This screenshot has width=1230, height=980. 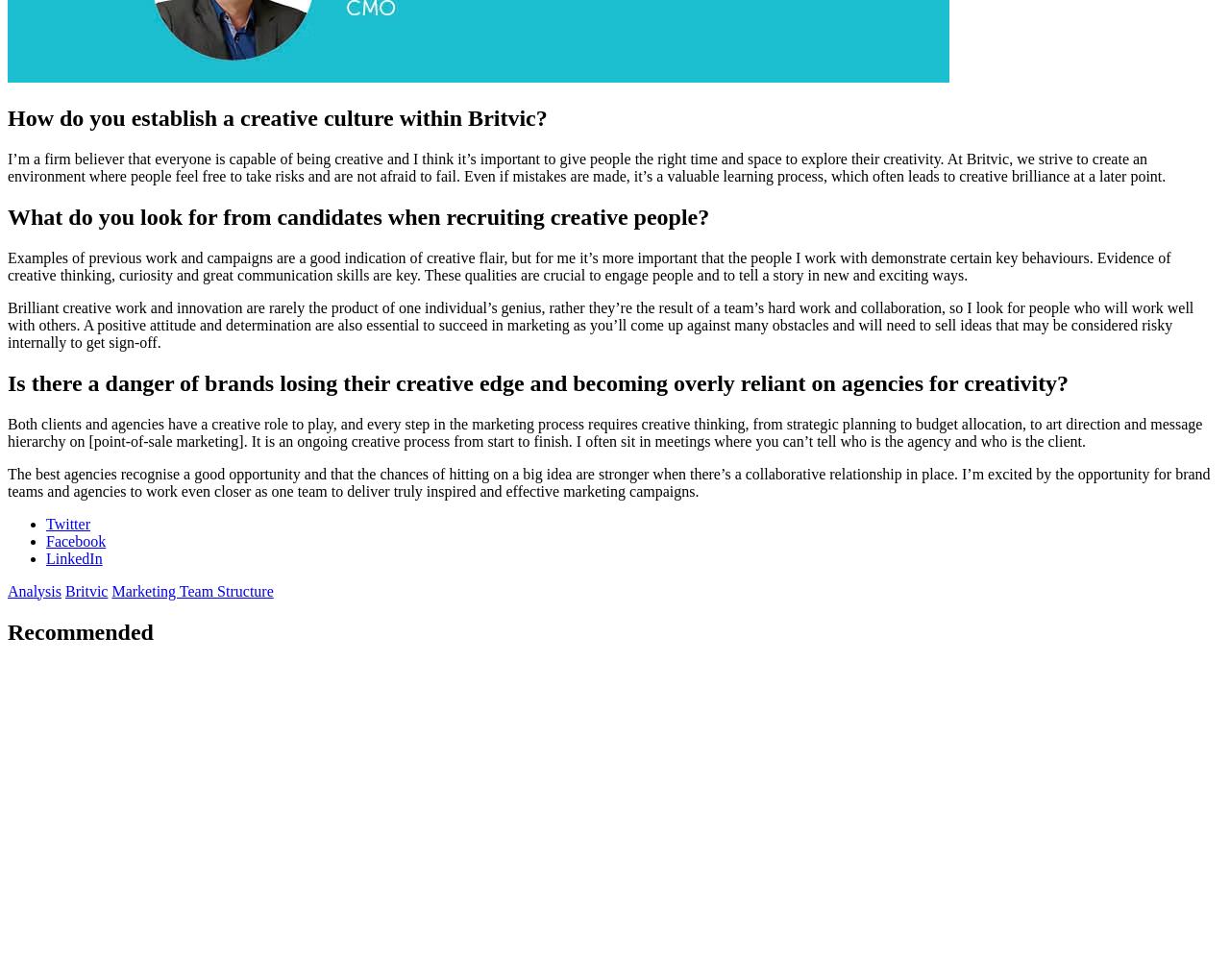 What do you see at coordinates (64, 589) in the screenshot?
I see `'Britvic'` at bounding box center [64, 589].